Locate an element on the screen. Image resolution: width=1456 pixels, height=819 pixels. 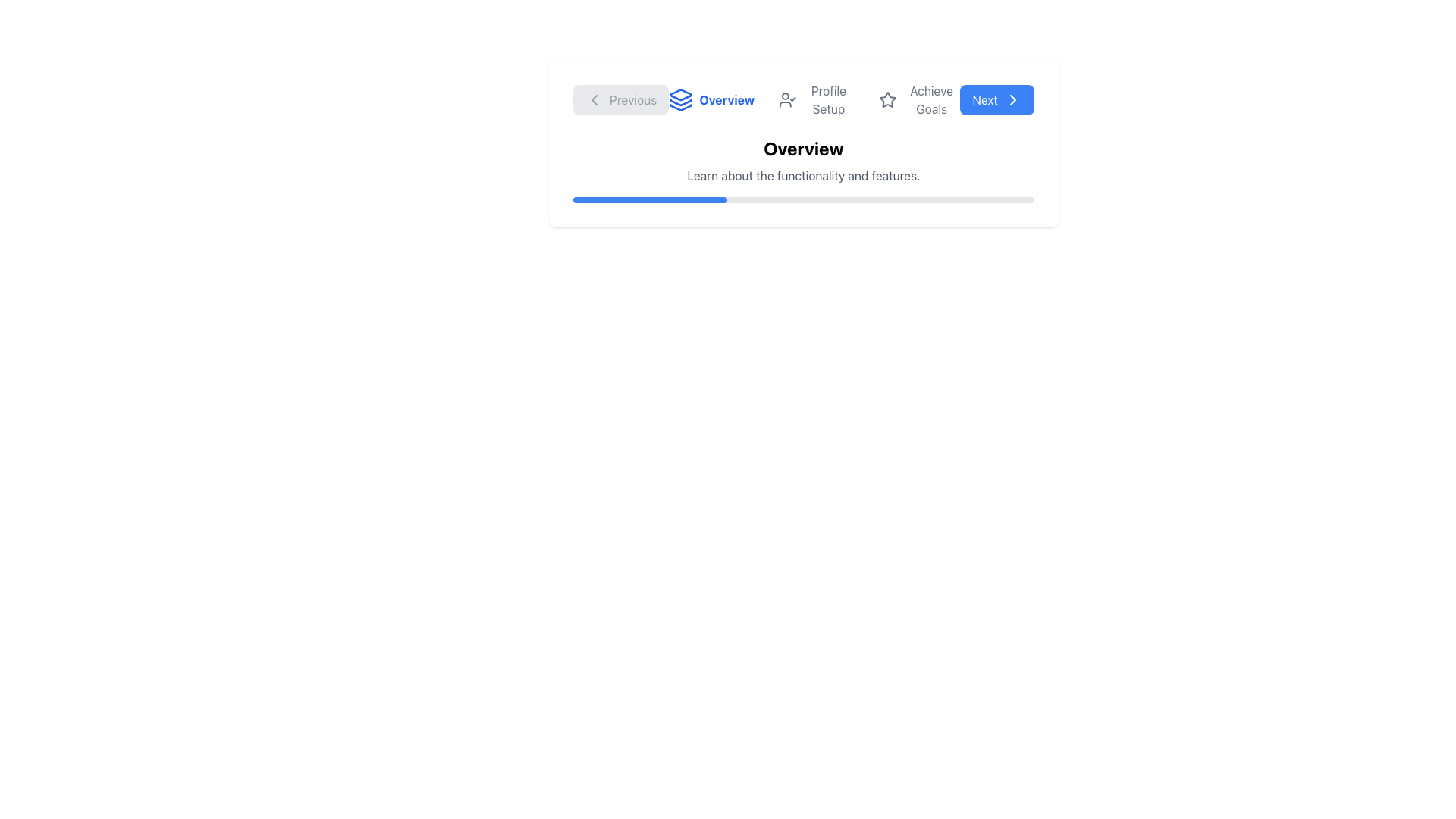
the right-facing chevron icon located to the right of the 'Next' text inside the blue button is located at coordinates (1012, 99).